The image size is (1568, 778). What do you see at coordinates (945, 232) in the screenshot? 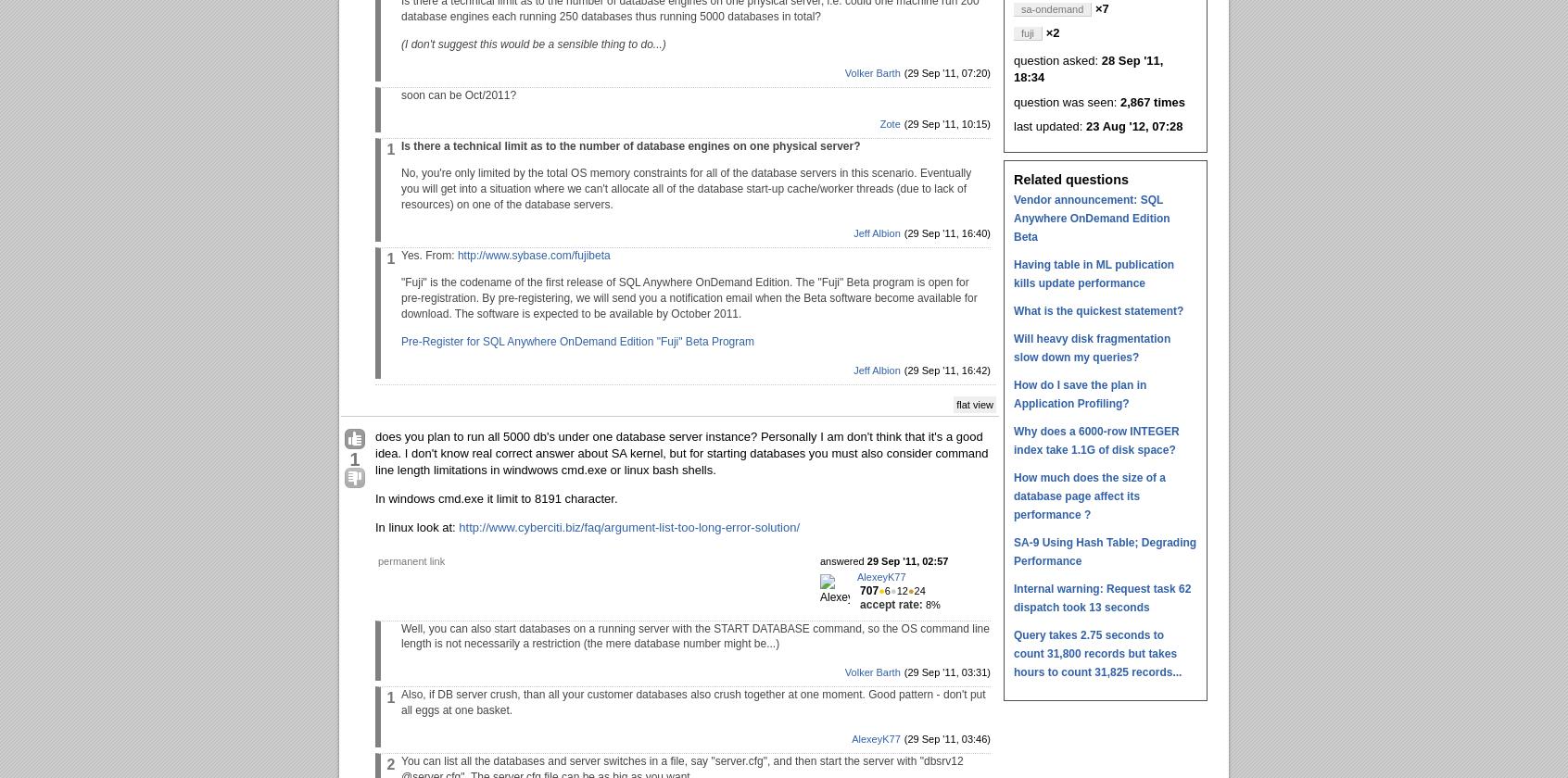
I see `'(29 Sep '11, 16:40)'` at bounding box center [945, 232].